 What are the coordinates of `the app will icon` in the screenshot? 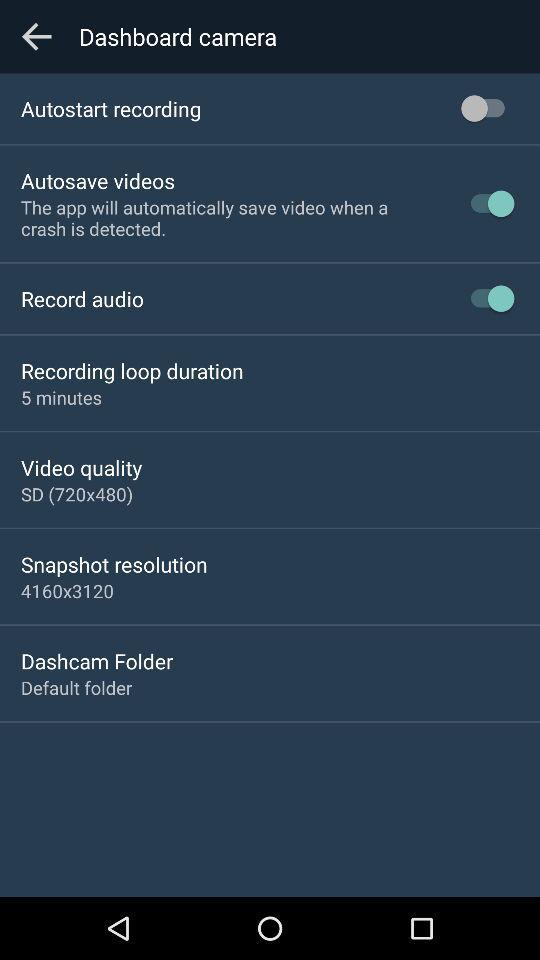 It's located at (227, 218).